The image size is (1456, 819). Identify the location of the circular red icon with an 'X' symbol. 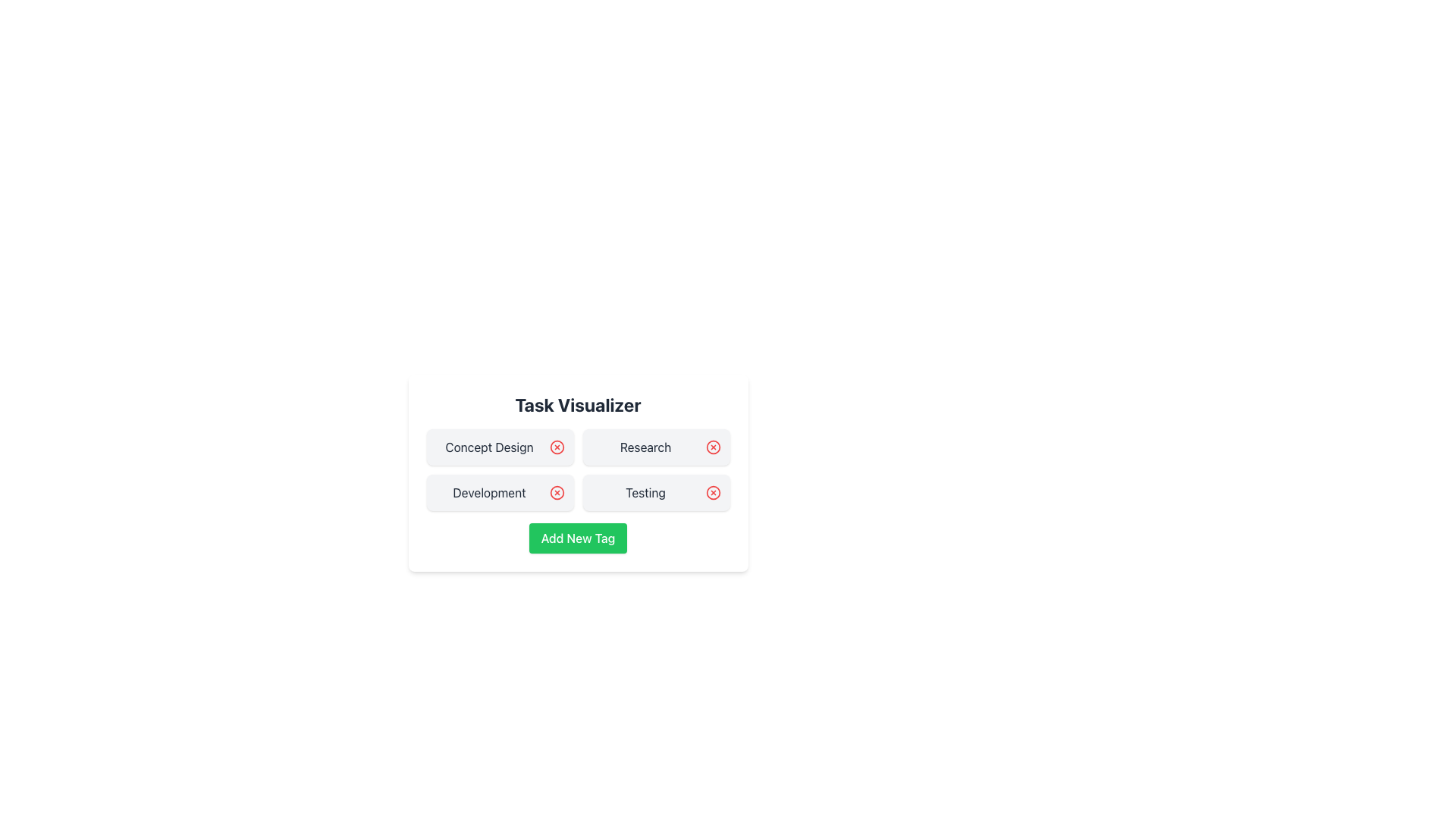
(712, 493).